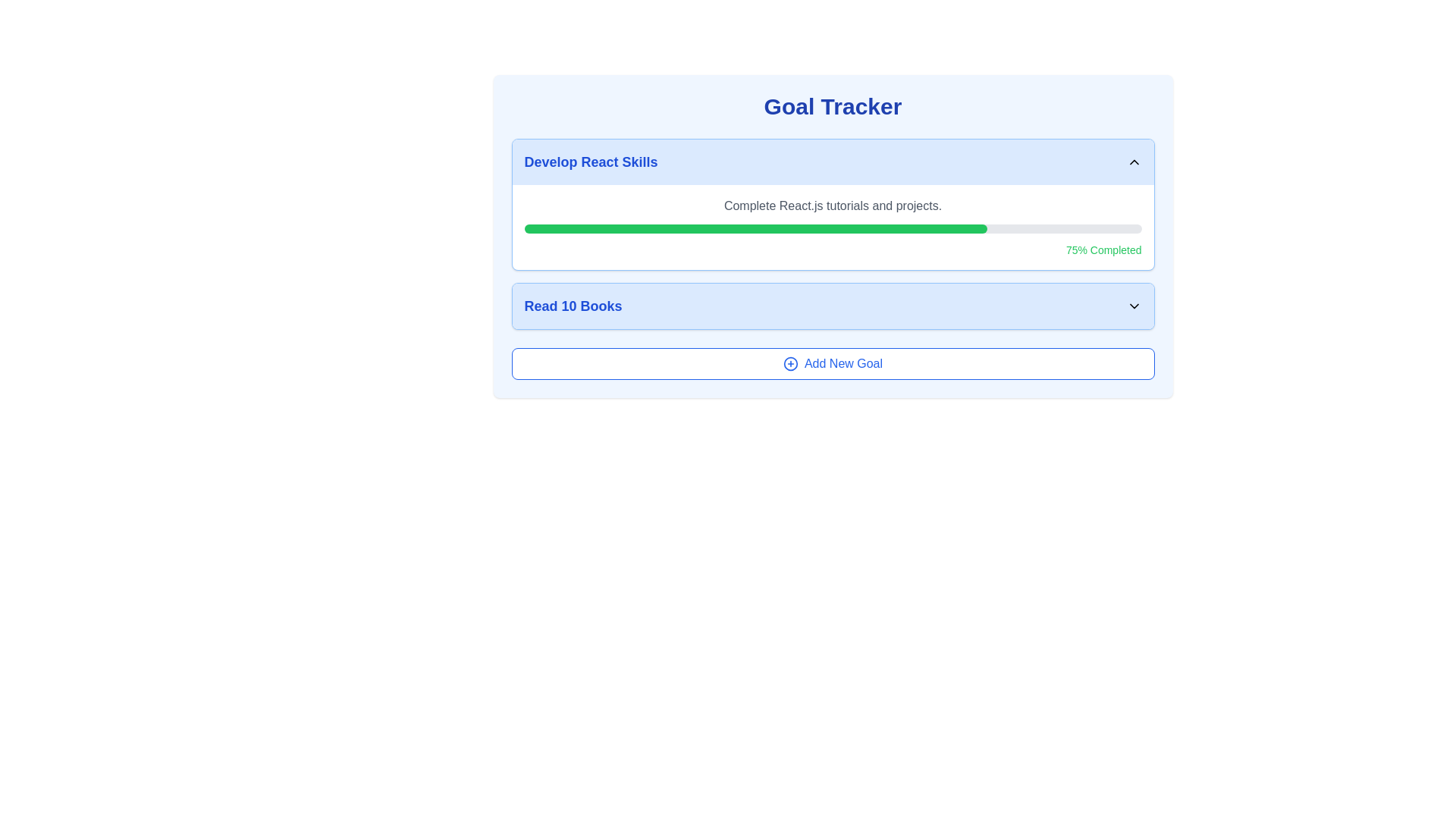 The width and height of the screenshot is (1456, 819). What do you see at coordinates (832, 228) in the screenshot?
I see `the progress bar that visually represents the progress of reaching 75% completion, located below the text 'Complete React.js tutorials and projects.' and above '75% Completed'` at bounding box center [832, 228].